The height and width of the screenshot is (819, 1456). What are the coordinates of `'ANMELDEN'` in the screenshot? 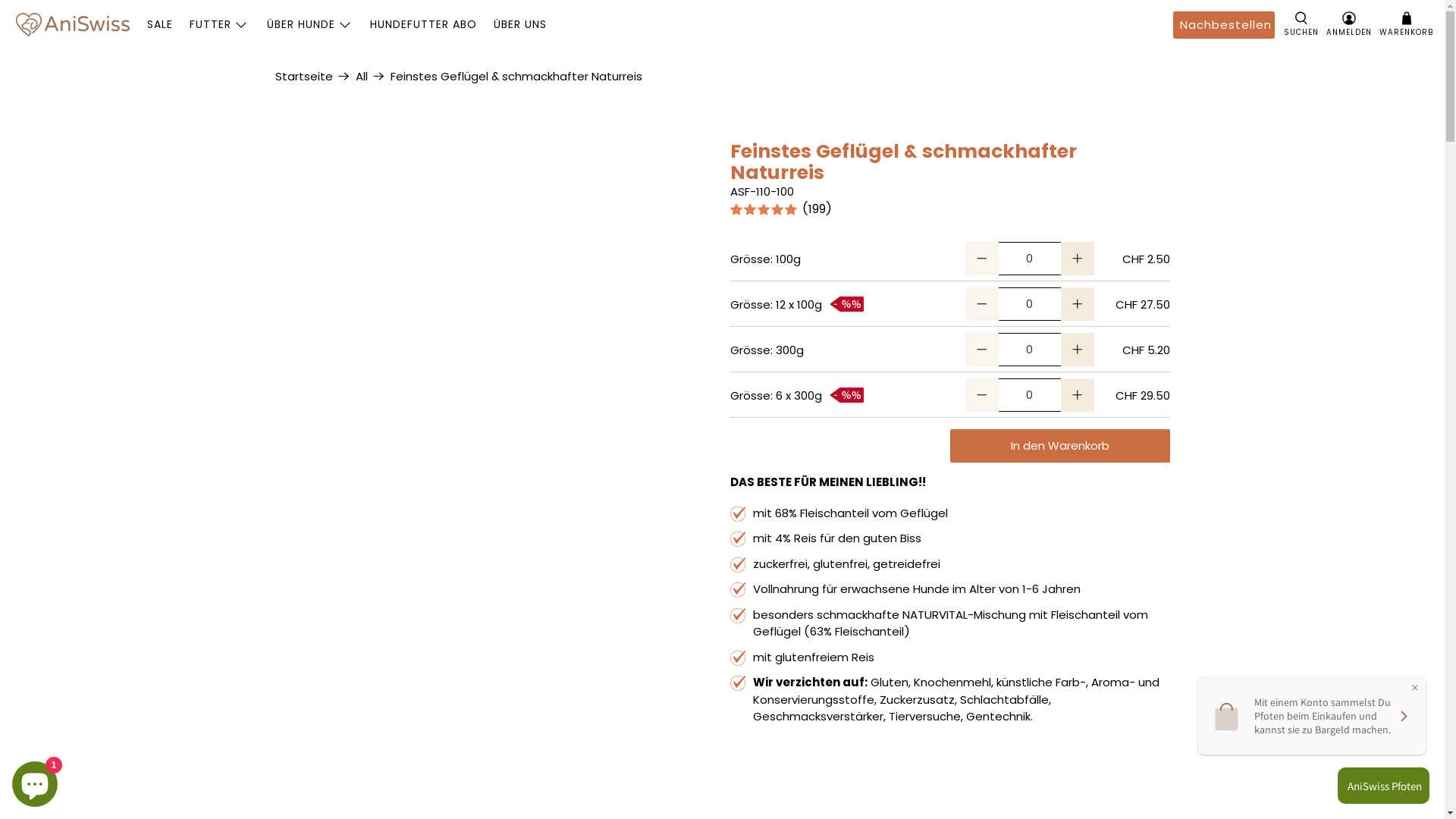 It's located at (1349, 25).